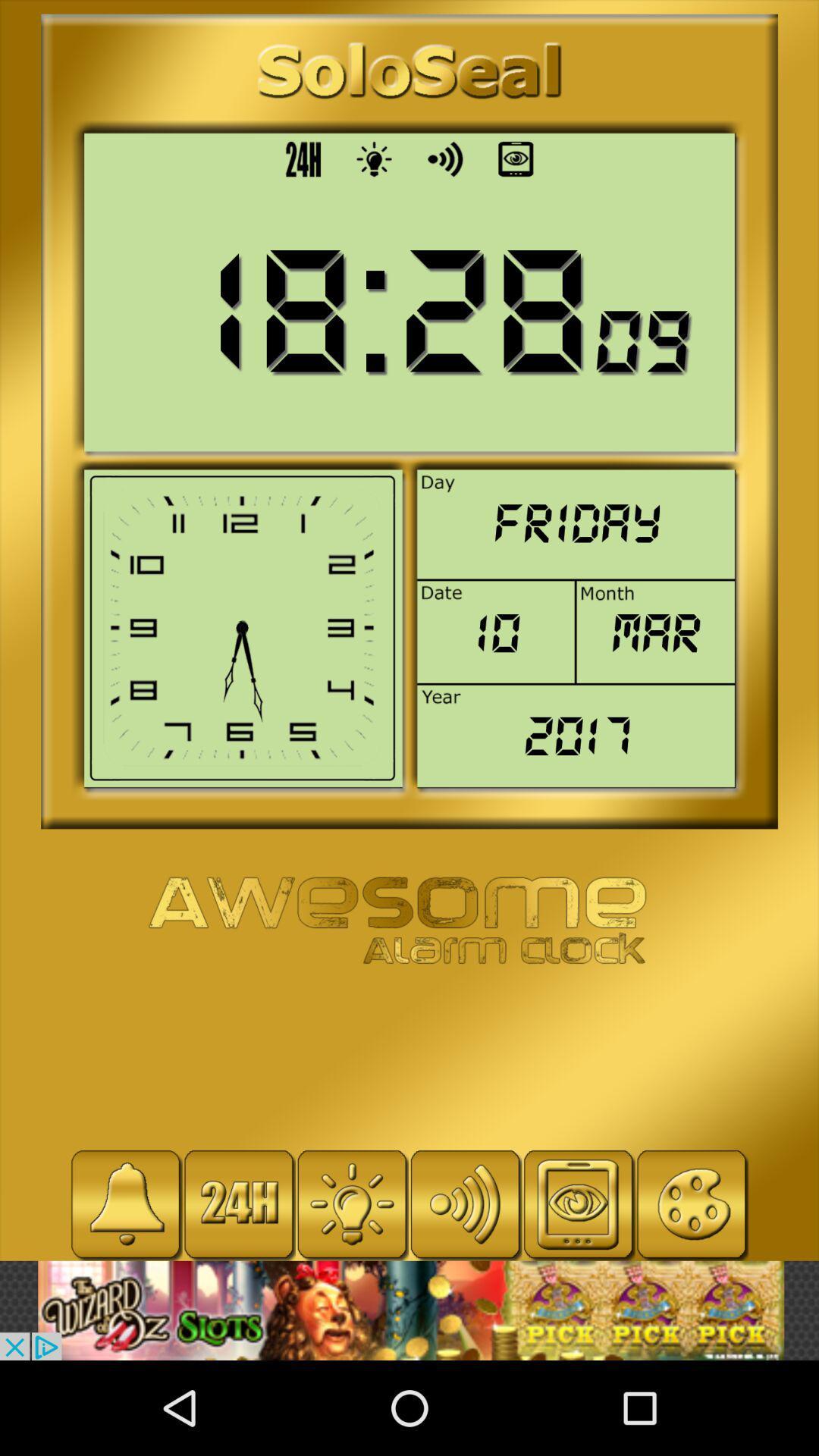 The image size is (819, 1456). I want to click on notification, so click(125, 1203).